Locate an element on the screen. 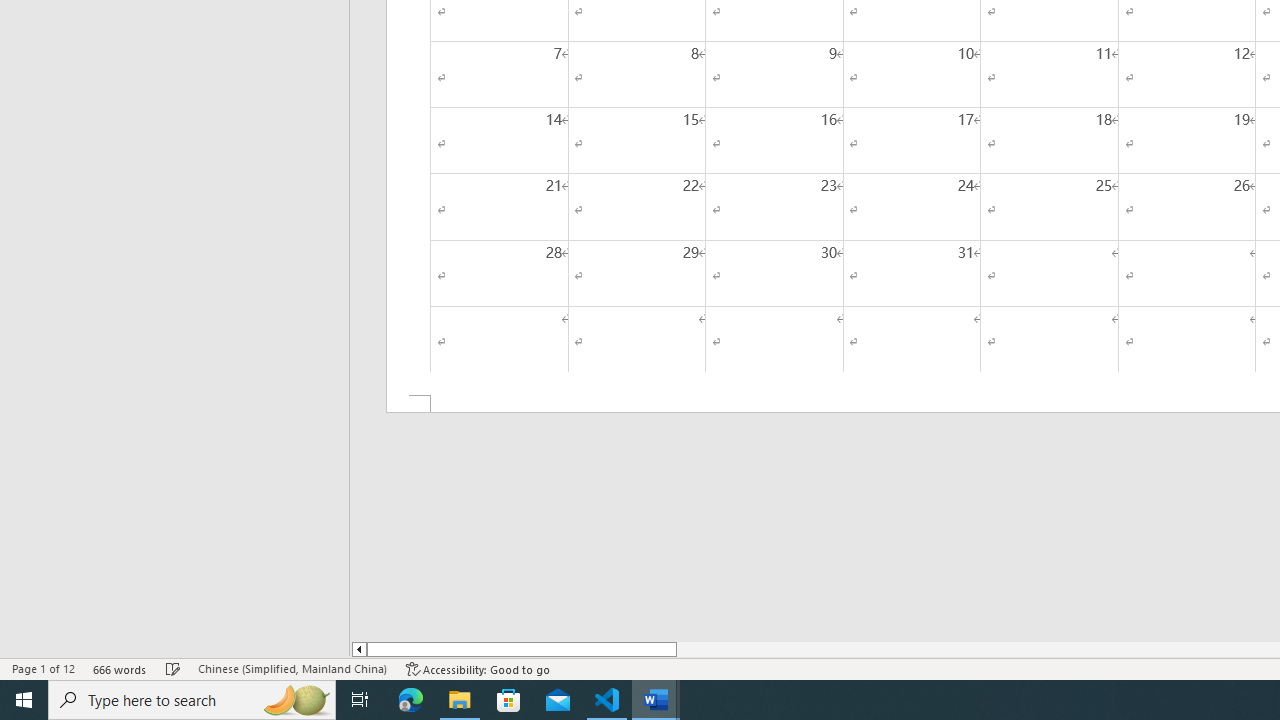 This screenshot has width=1280, height=720. 'Column left' is located at coordinates (358, 649).